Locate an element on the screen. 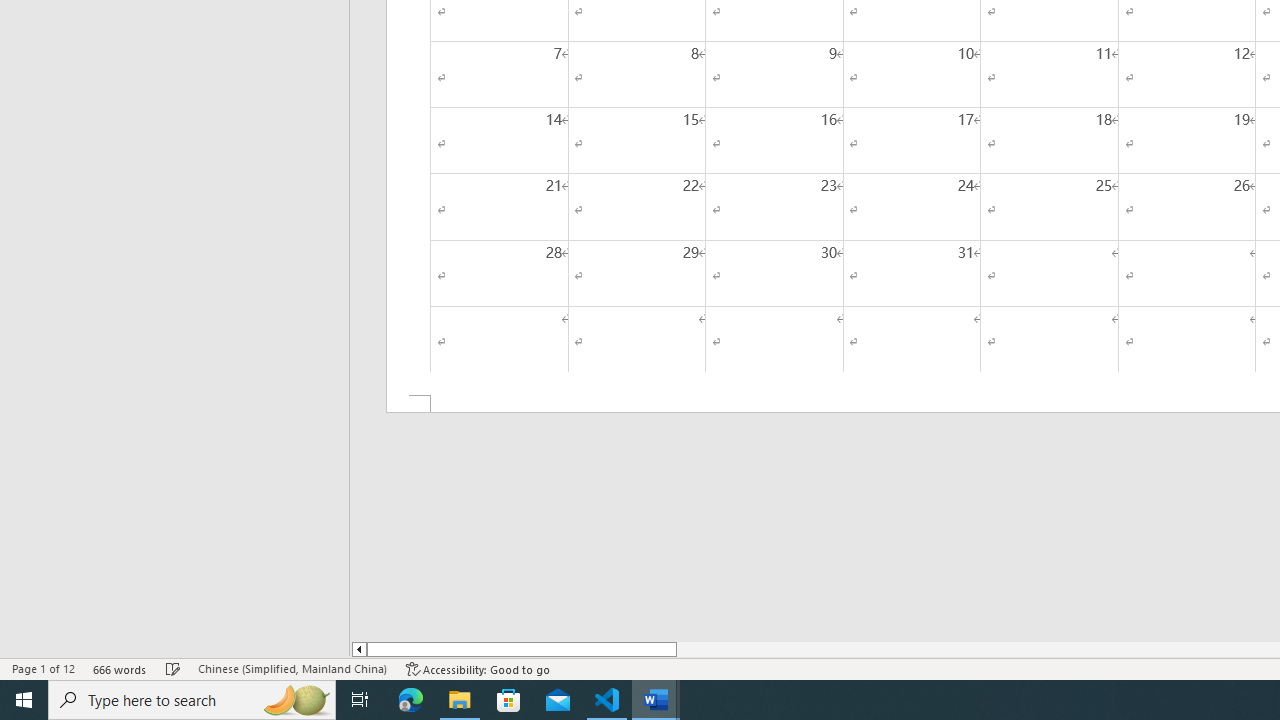 This screenshot has width=1280, height=720. 'Column left' is located at coordinates (358, 649).